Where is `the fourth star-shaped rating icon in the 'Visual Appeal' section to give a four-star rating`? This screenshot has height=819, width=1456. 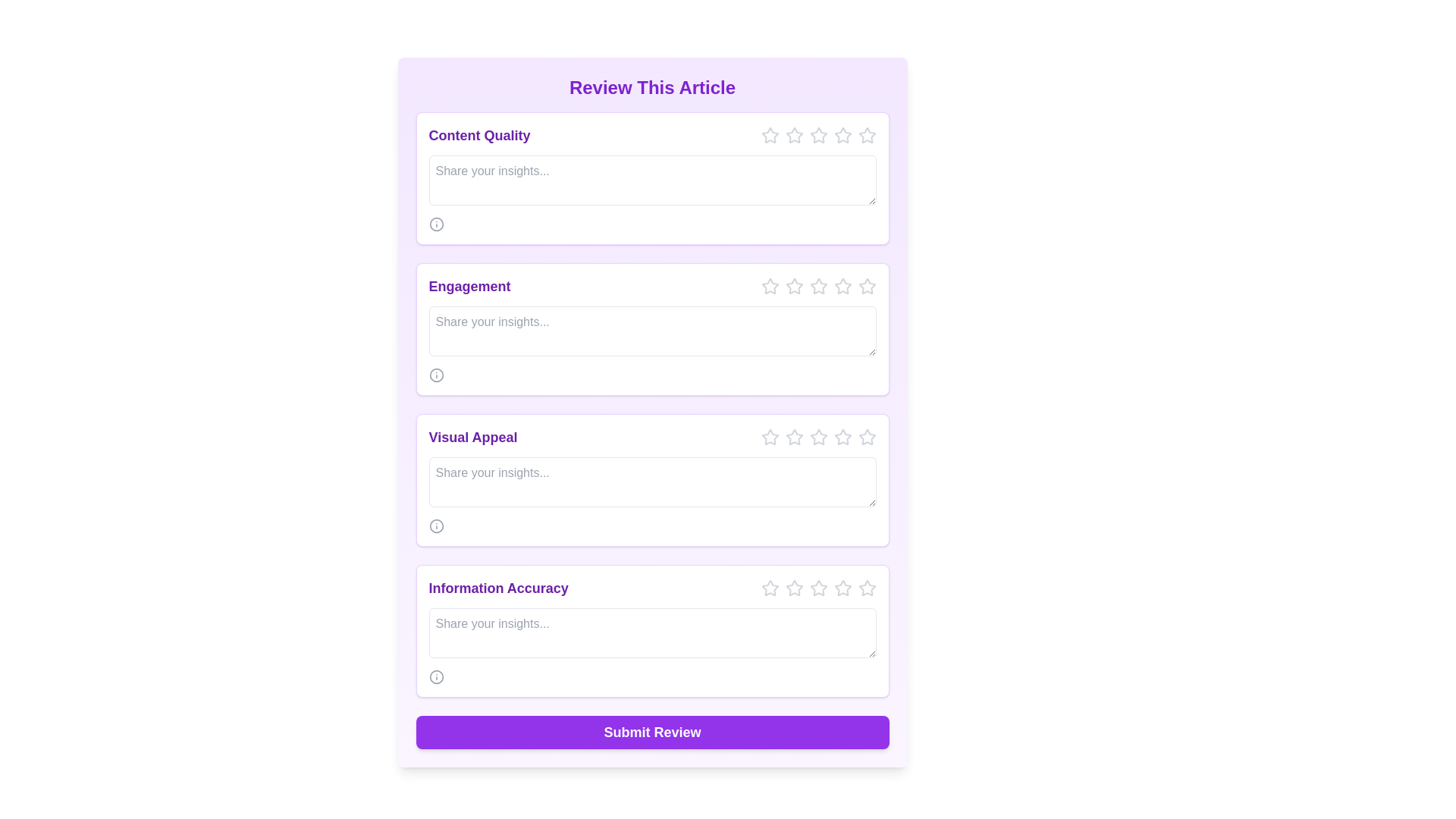 the fourth star-shaped rating icon in the 'Visual Appeal' section to give a four-star rating is located at coordinates (817, 436).